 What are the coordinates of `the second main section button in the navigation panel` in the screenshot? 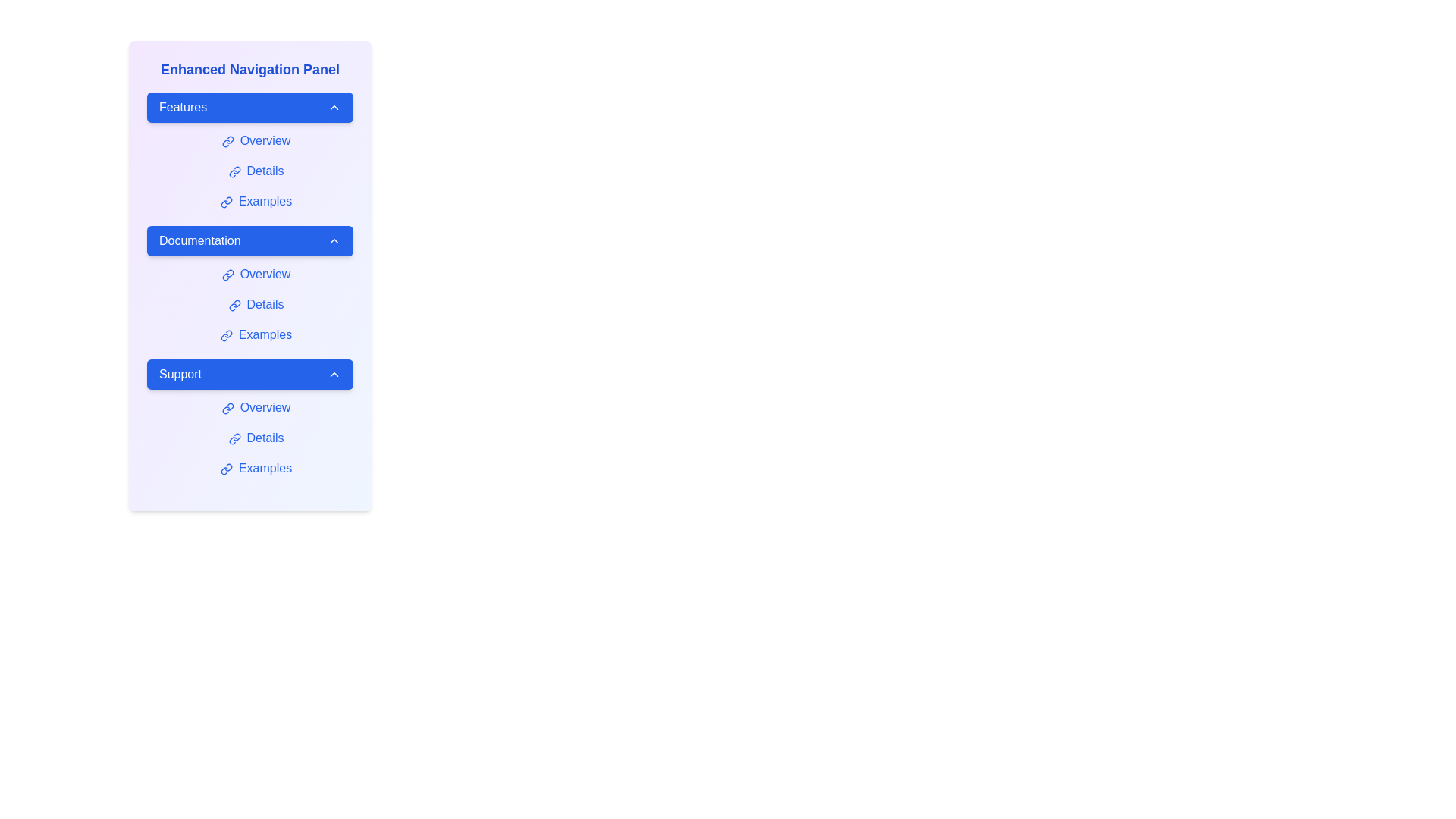 It's located at (250, 240).